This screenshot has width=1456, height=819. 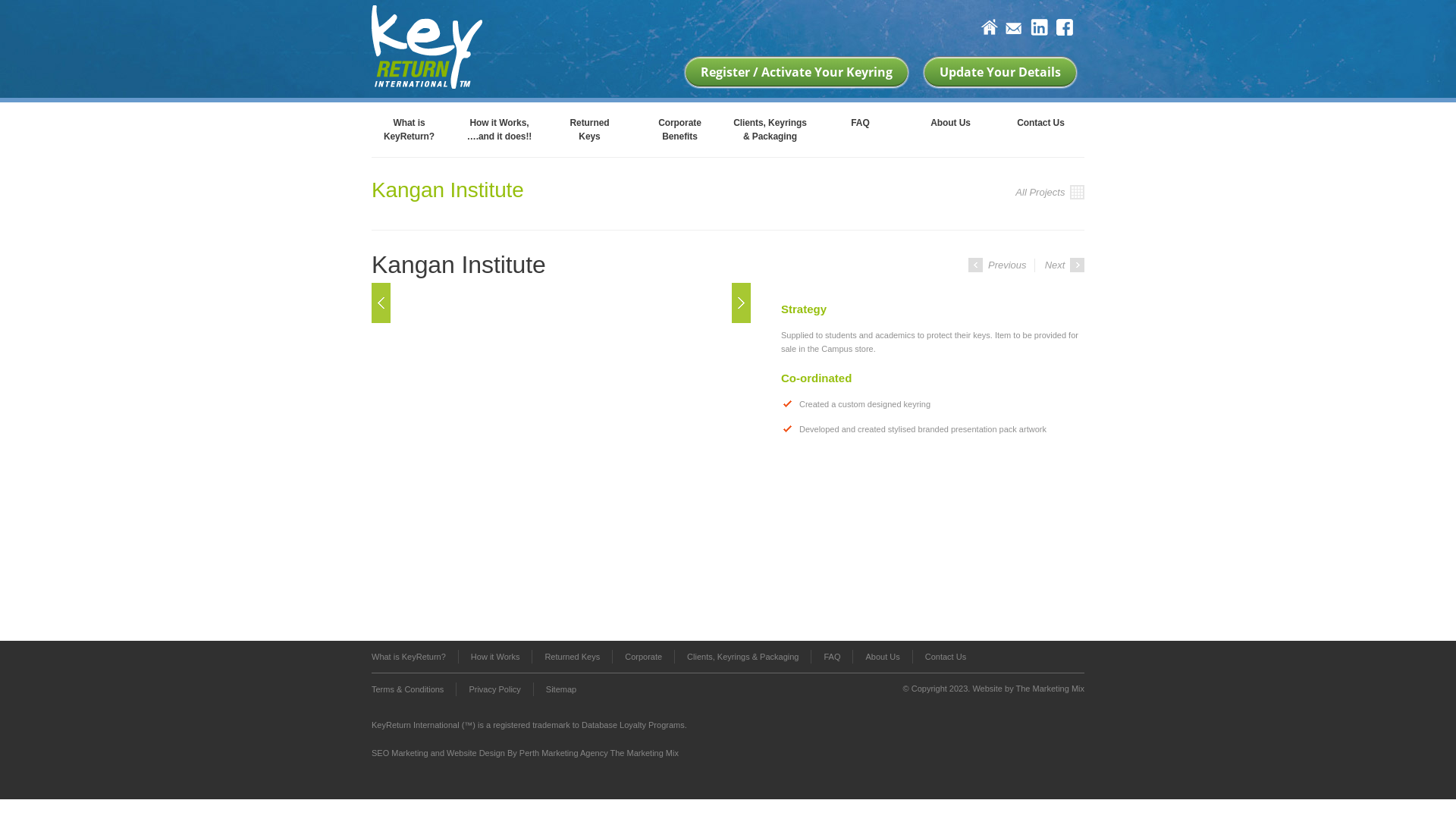 What do you see at coordinates (830, 656) in the screenshot?
I see `'FAQ'` at bounding box center [830, 656].